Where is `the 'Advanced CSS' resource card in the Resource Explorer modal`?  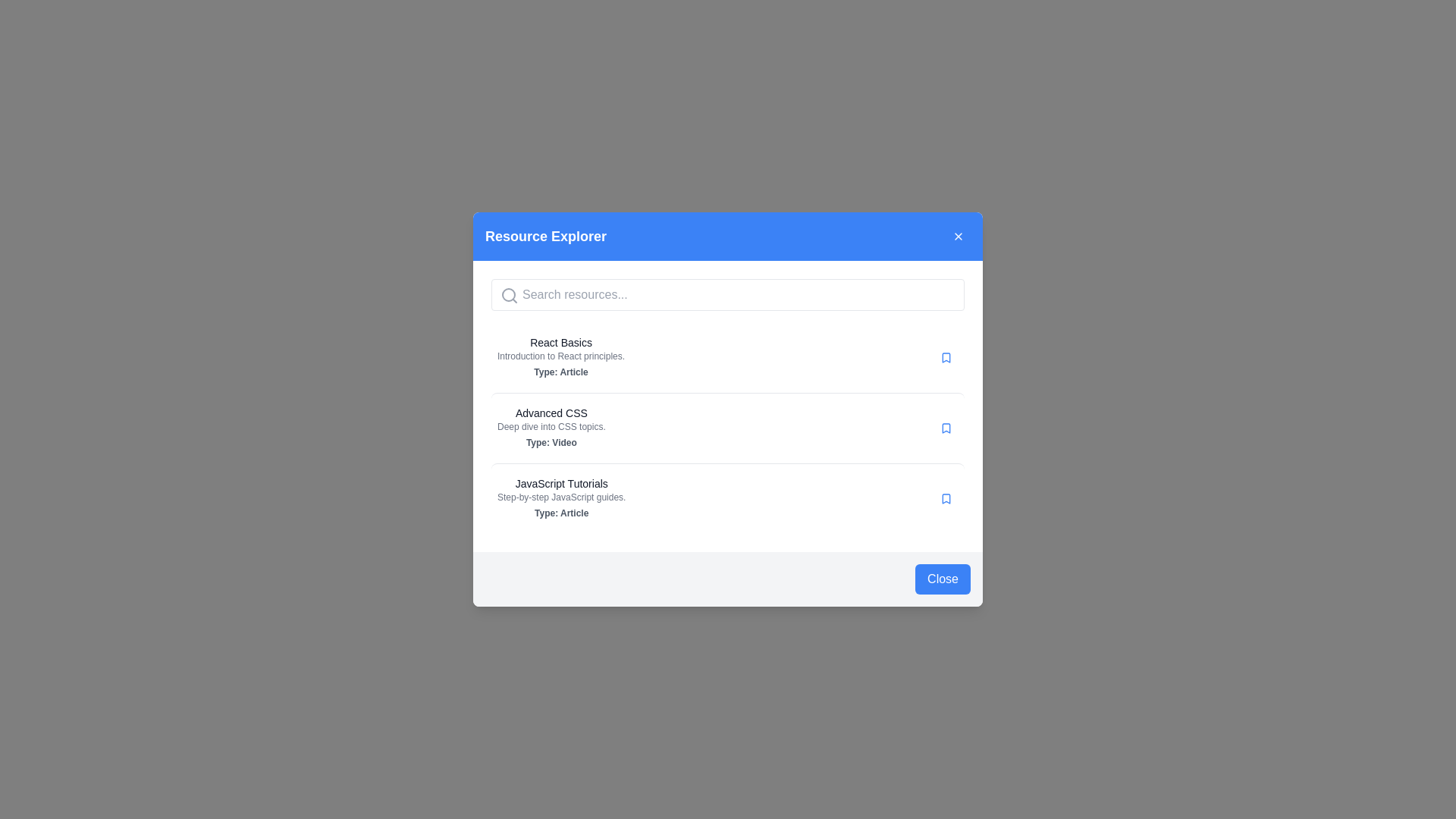
the 'Advanced CSS' resource card in the Resource Explorer modal is located at coordinates (728, 428).